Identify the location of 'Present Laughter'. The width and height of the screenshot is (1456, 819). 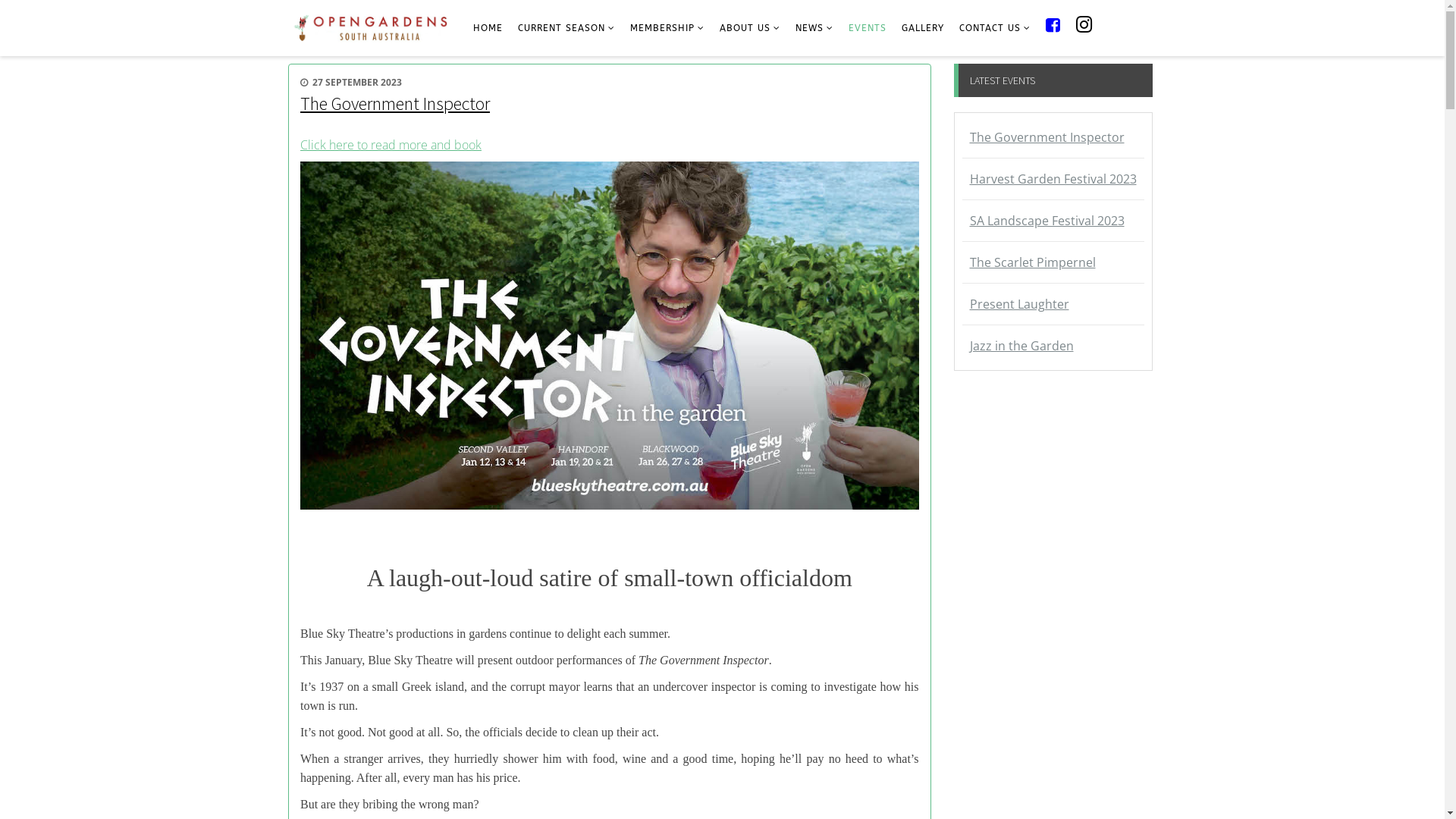
(1052, 304).